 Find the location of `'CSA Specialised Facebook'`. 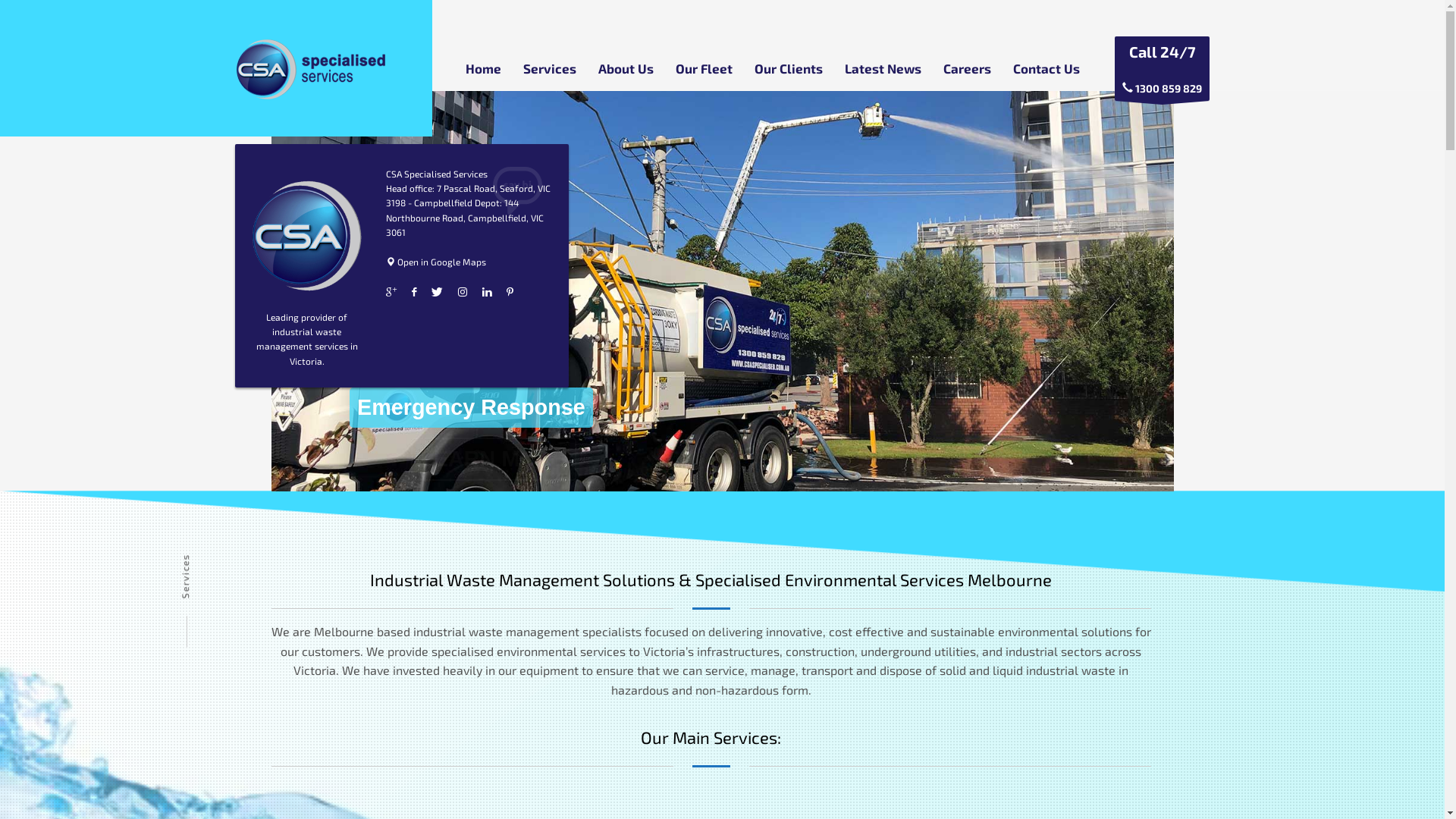

'CSA Specialised Facebook' is located at coordinates (414, 292).